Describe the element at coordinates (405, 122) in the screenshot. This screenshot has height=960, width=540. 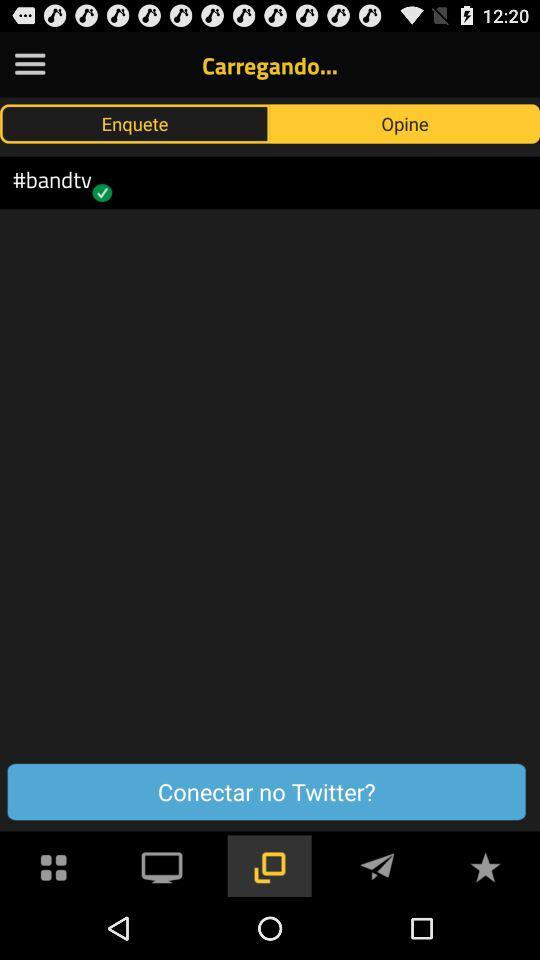
I see `the button above the conectar no twitter?` at that location.